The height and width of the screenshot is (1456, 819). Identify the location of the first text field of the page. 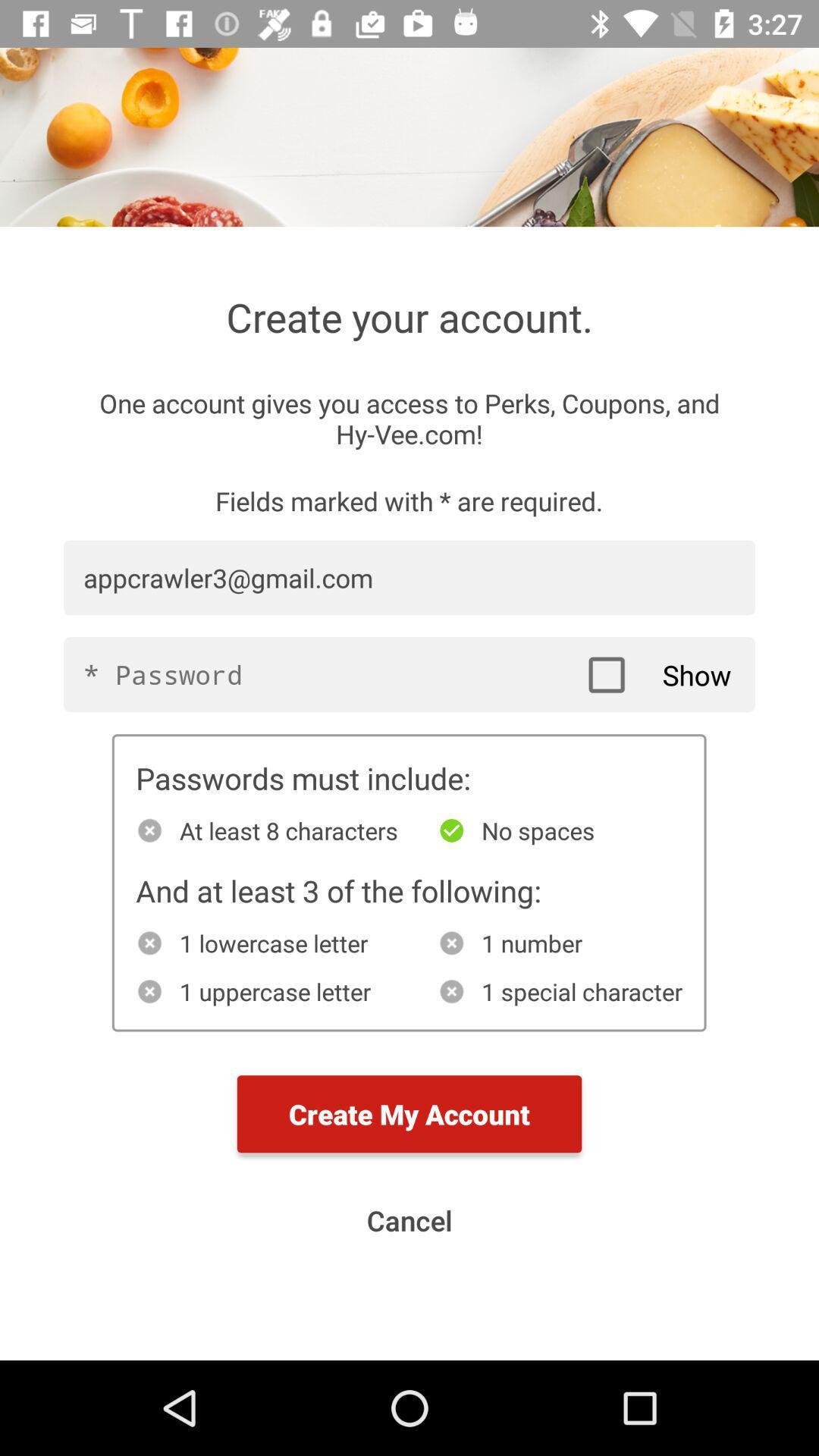
(409, 566).